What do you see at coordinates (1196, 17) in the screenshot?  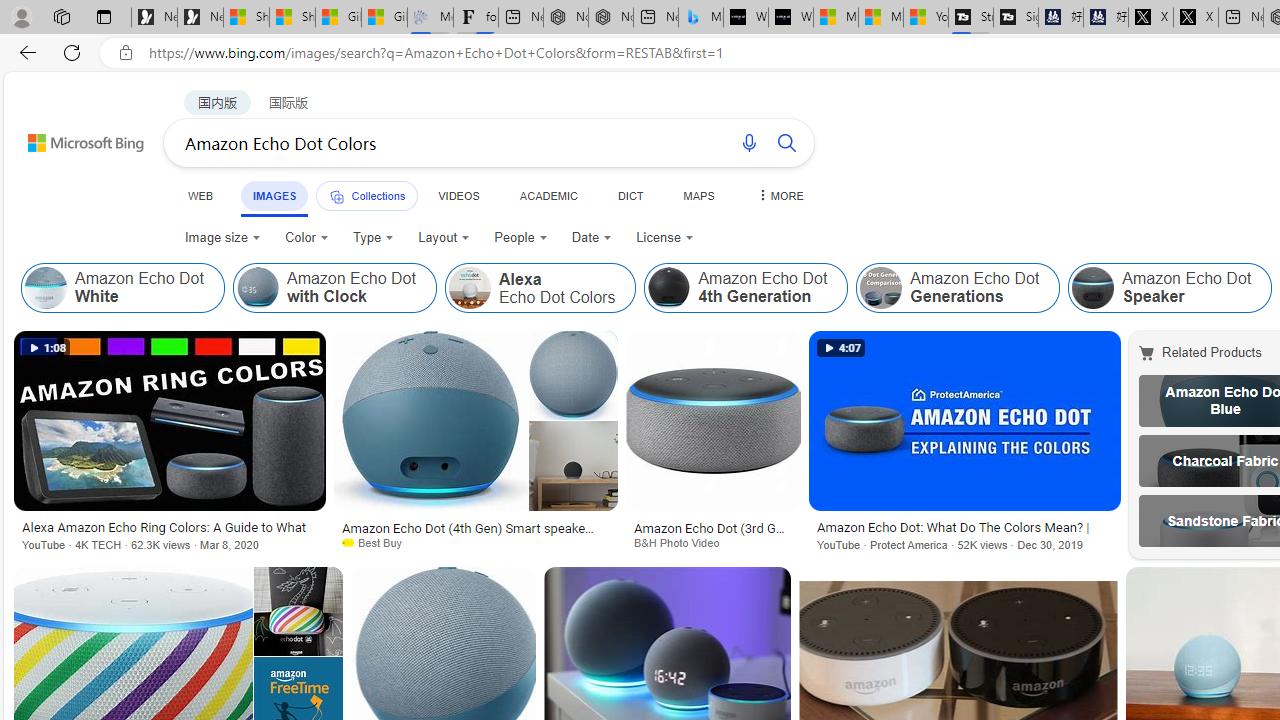 I see `'X'` at bounding box center [1196, 17].